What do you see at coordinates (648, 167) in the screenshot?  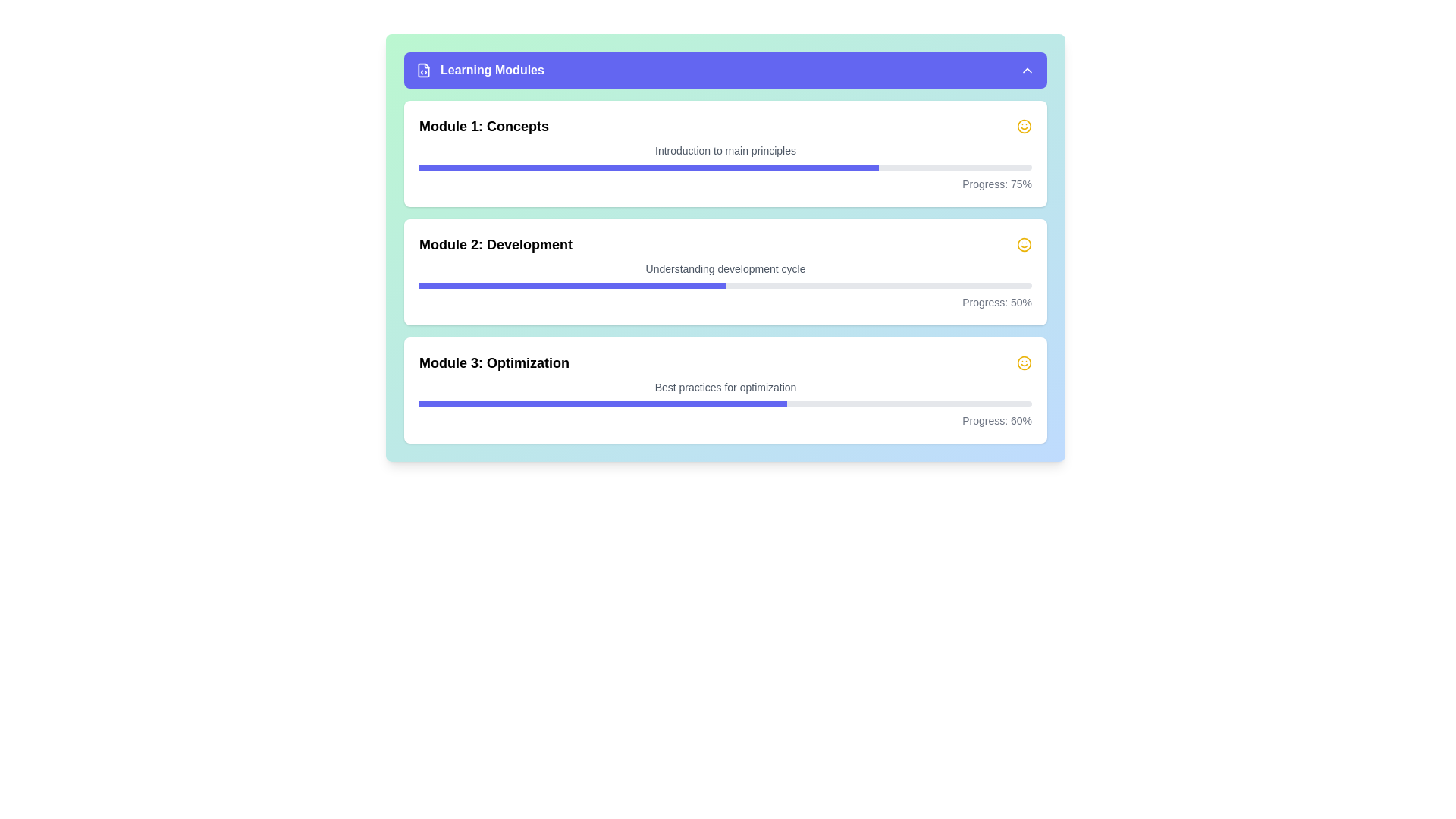 I see `the Progress bar fill indicating 75% completion for Module 1 under the heading 'Module 1: Concepts'` at bounding box center [648, 167].